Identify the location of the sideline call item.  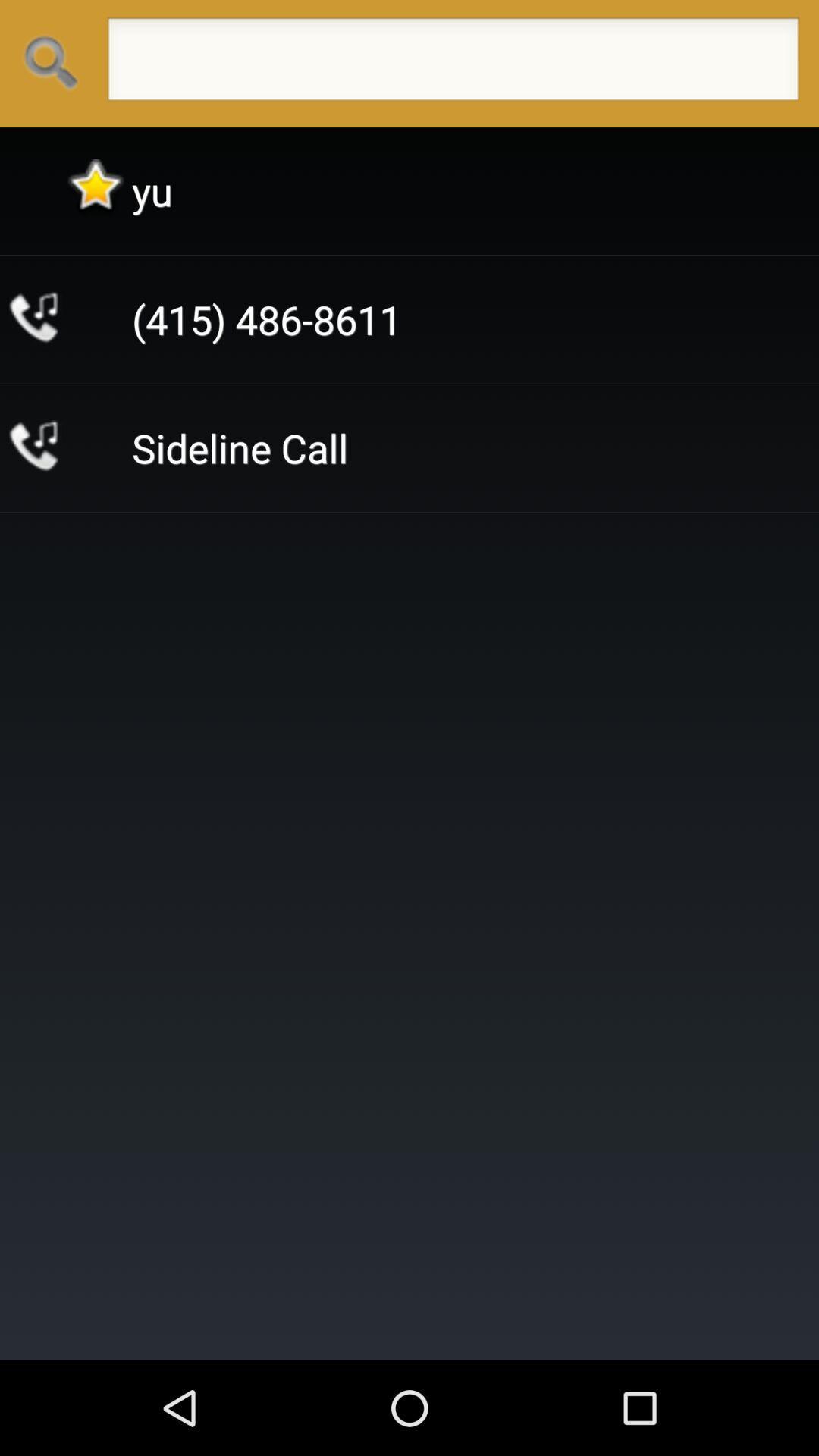
(239, 447).